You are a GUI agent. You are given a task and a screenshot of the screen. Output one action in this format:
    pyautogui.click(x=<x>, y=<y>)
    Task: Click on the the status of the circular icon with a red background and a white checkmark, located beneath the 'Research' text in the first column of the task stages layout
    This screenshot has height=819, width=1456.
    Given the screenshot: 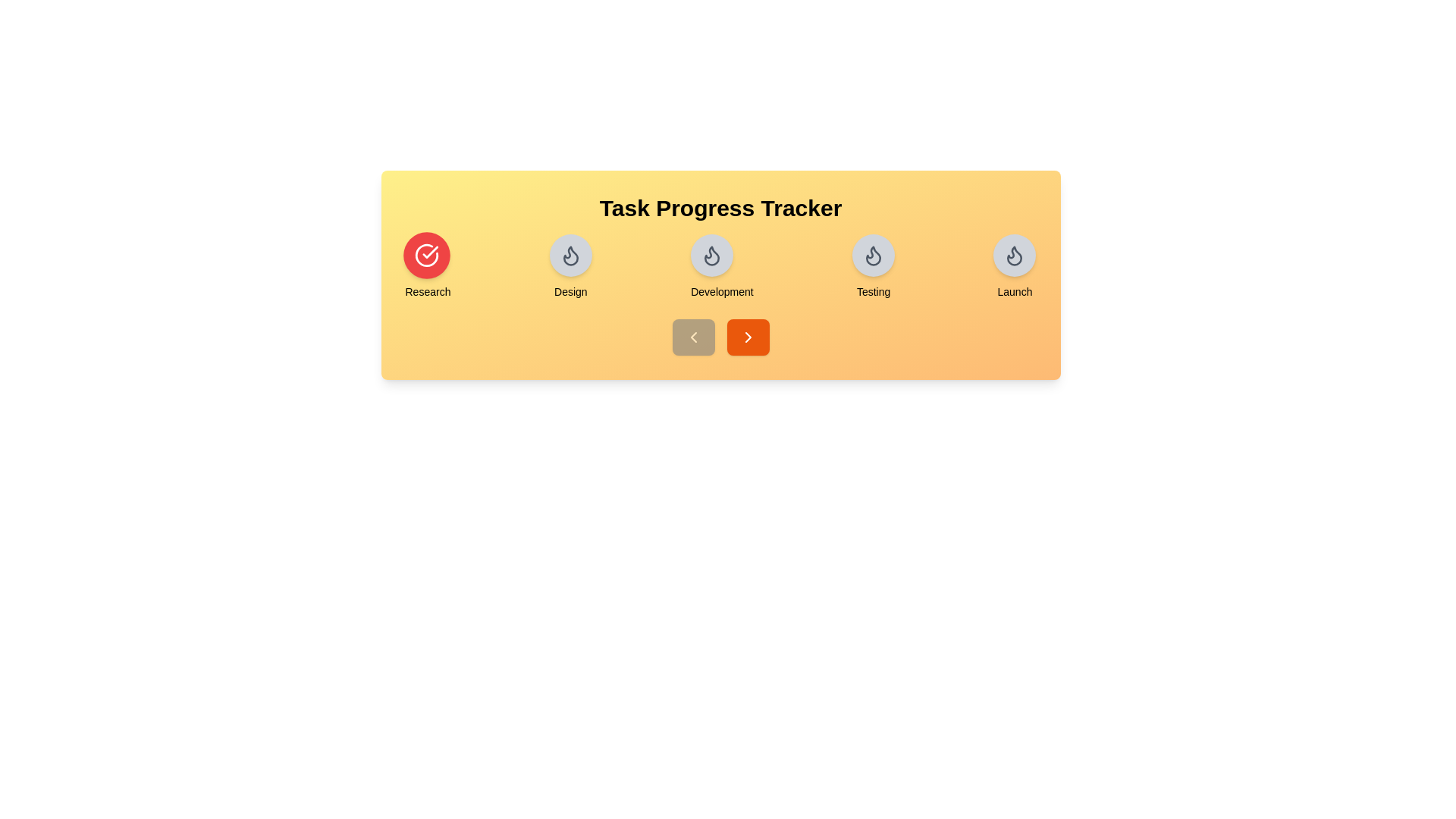 What is the action you would take?
    pyautogui.click(x=425, y=254)
    